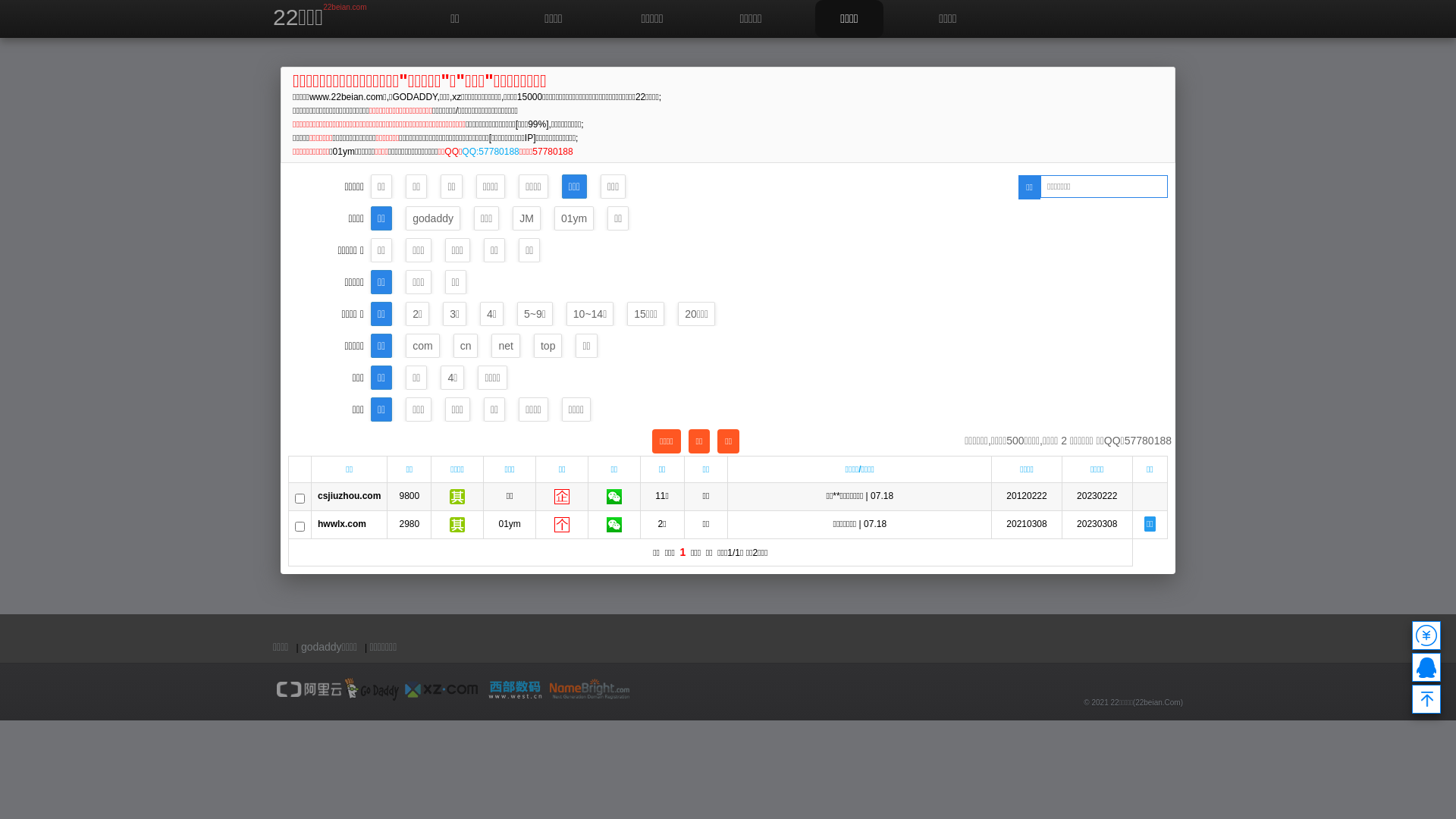 Image resolution: width=1456 pixels, height=819 pixels. I want to click on '01ym', so click(554, 218).